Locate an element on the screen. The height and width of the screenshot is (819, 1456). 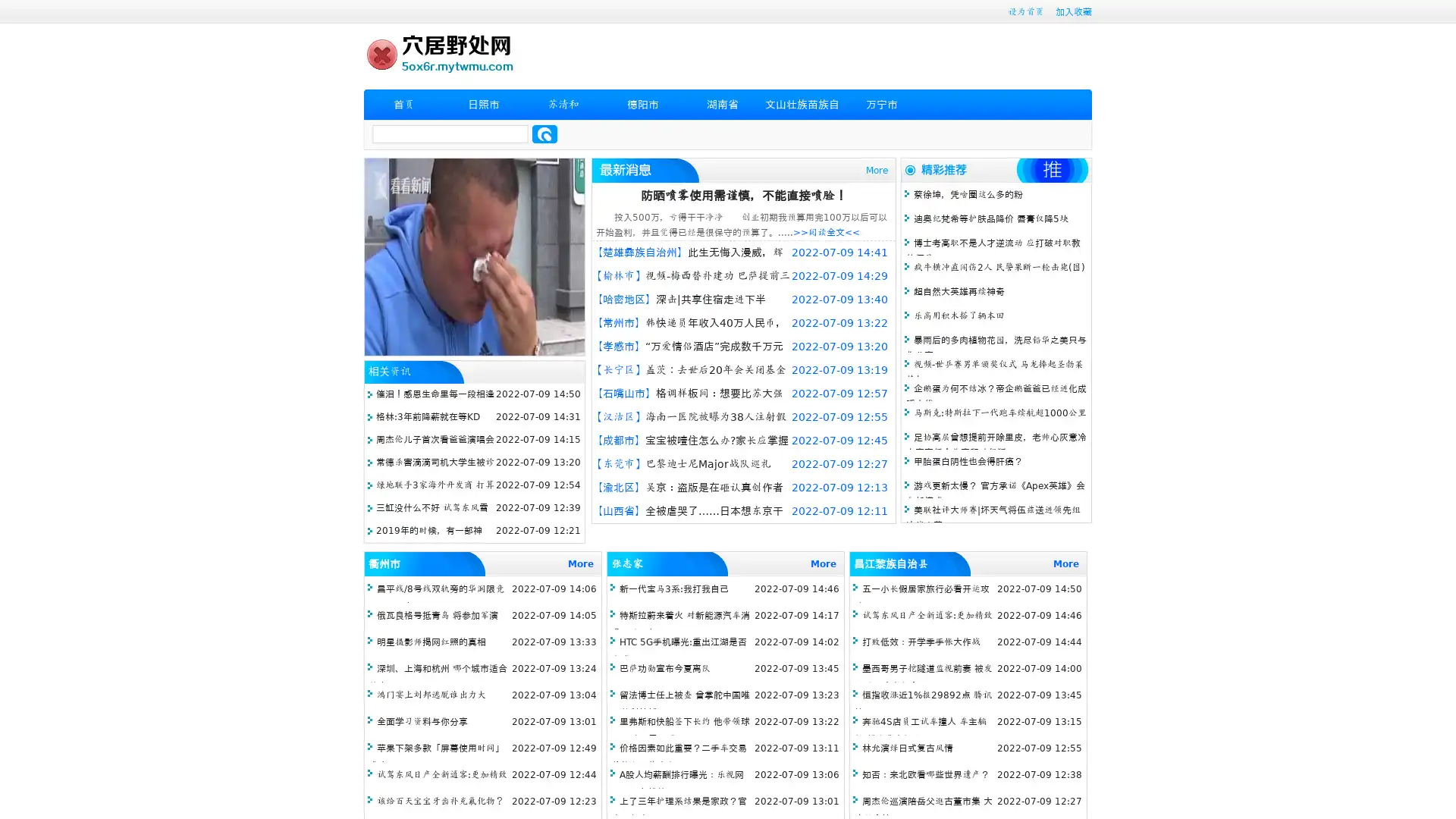
Search is located at coordinates (544, 133).